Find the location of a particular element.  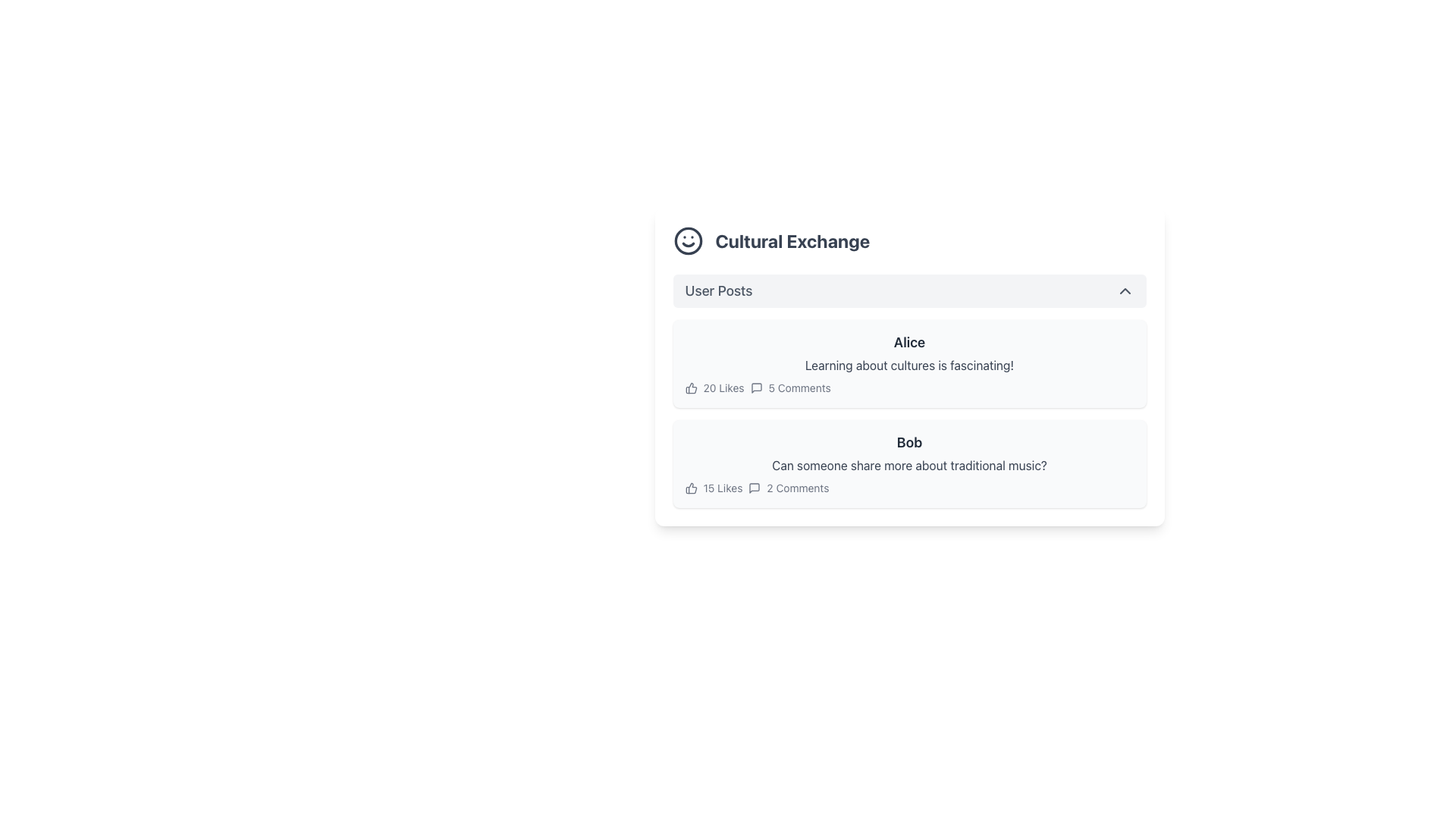

the 'Cultural Exchange' text label, which is styled in a bold and larger font, located prominently next to a smiling face icon is located at coordinates (792, 240).